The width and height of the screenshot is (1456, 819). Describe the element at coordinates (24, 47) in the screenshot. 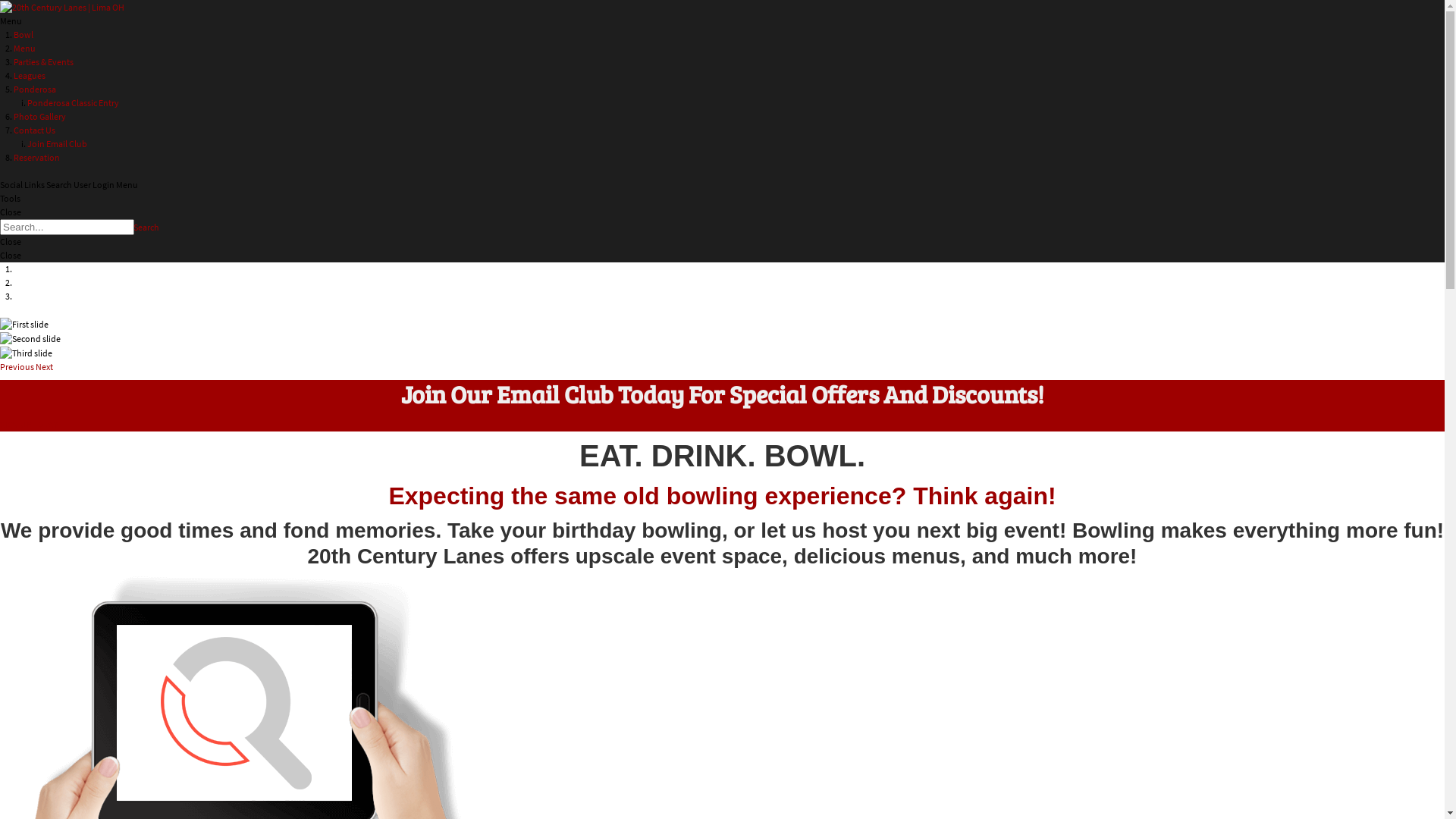

I see `'Menu'` at that location.